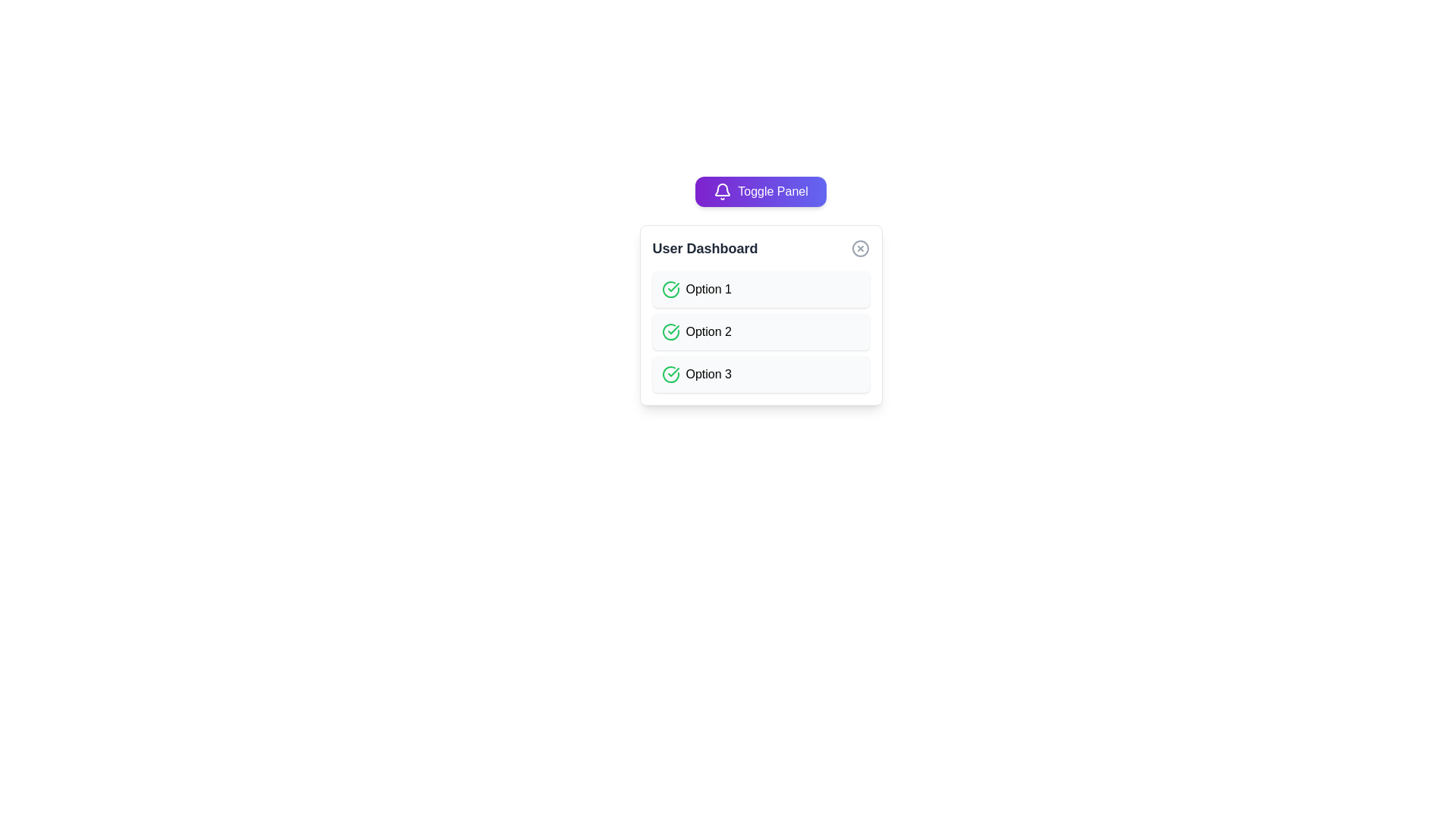 The height and width of the screenshot is (819, 1456). I want to click on the 'Toggle Panel' button, which is a horizontally oriented button with a gradient background from purple to indigo, featuring a white bell icon and white text, located above the 'User Dashboard' section, so click(761, 191).